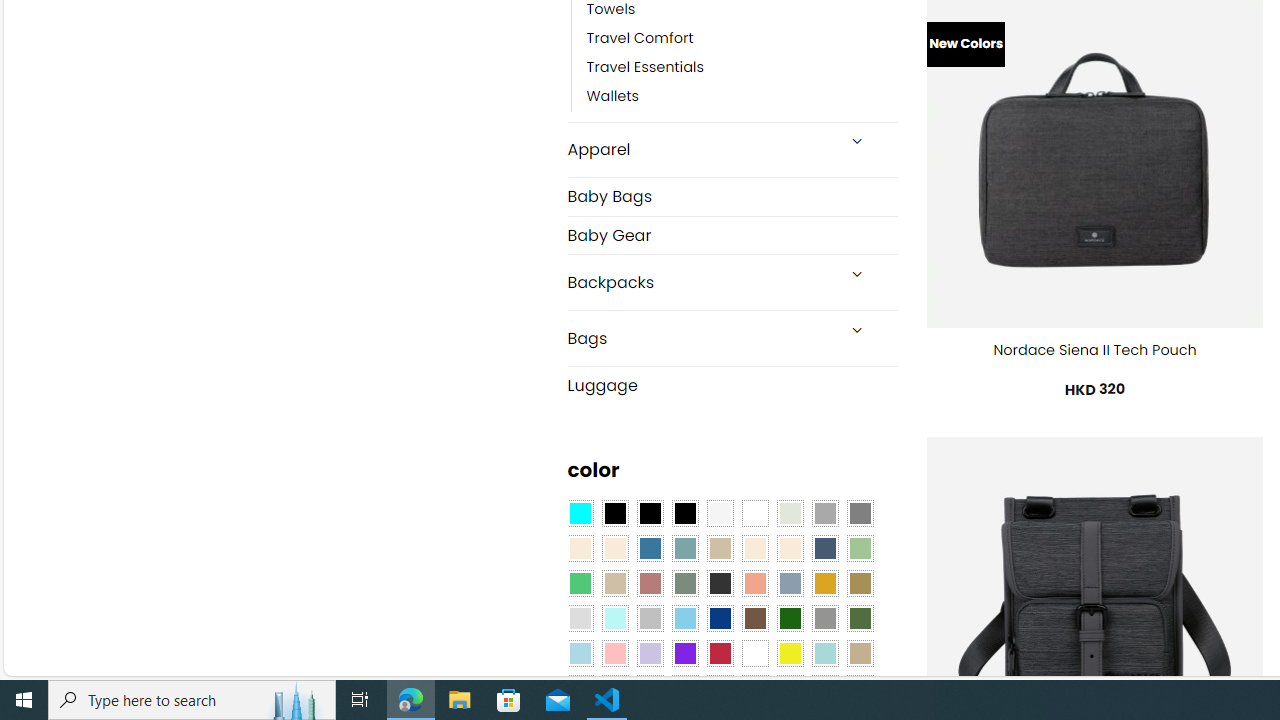 The width and height of the screenshot is (1280, 720). What do you see at coordinates (741, 38) in the screenshot?
I see `'Travel Comfort'` at bounding box center [741, 38].